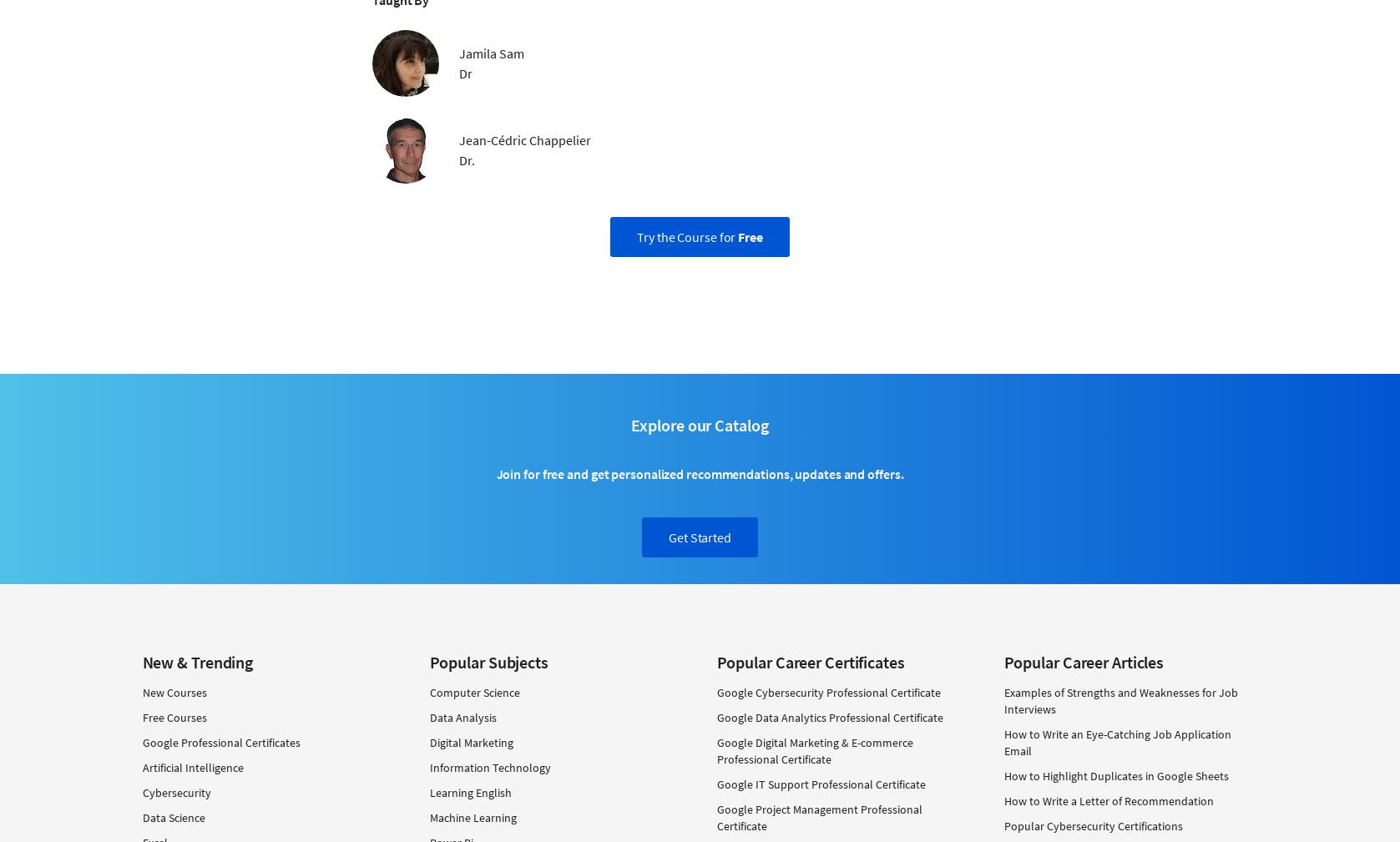 The height and width of the screenshot is (842, 1400). Describe the element at coordinates (715, 661) in the screenshot. I see `'Popular Career Certificates'` at that location.